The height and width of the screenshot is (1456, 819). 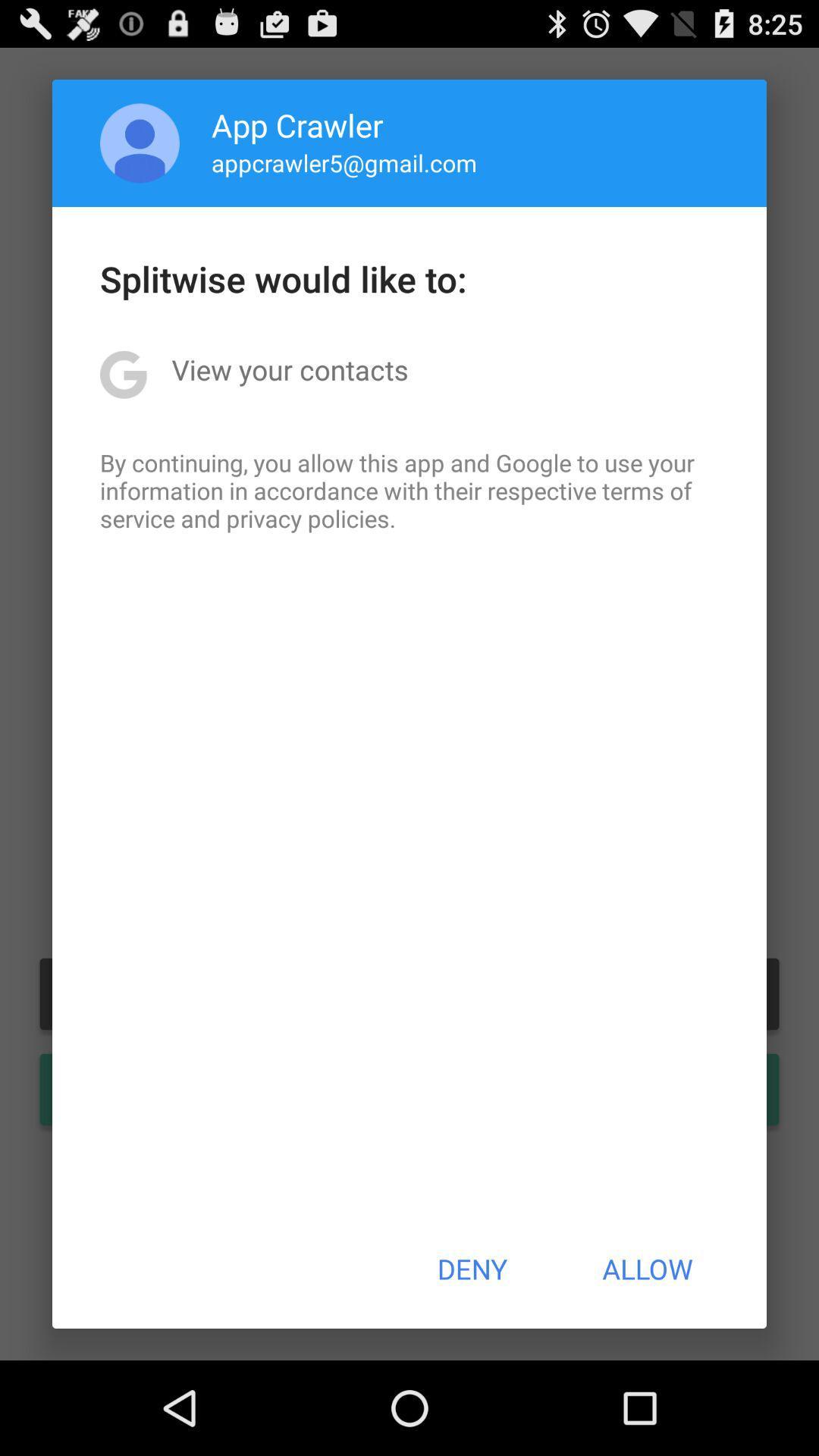 I want to click on app next to app crawler app, so click(x=140, y=143).